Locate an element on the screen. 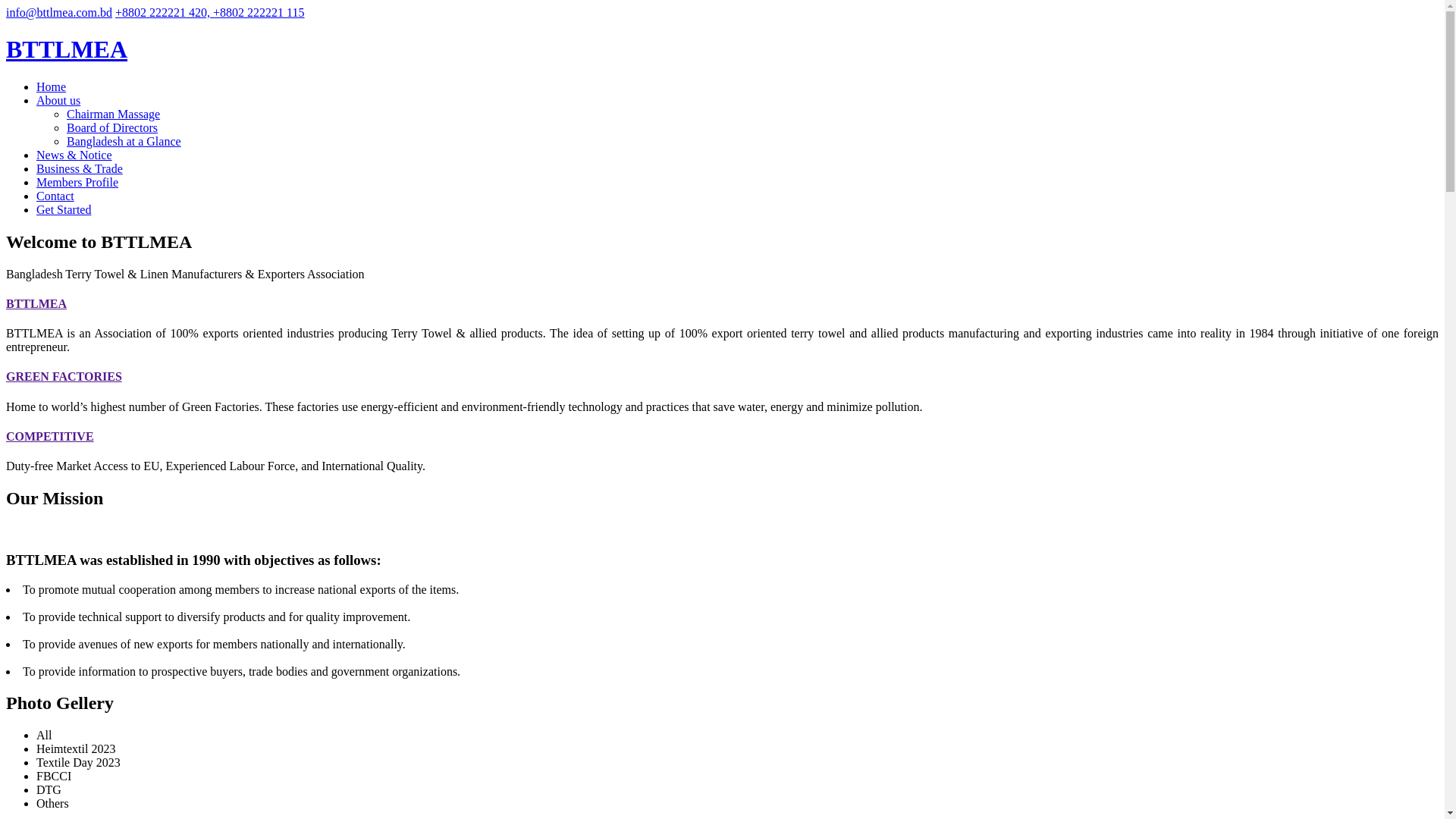 This screenshot has height=819, width=1456. 'BTTLMEA' is located at coordinates (36, 303).